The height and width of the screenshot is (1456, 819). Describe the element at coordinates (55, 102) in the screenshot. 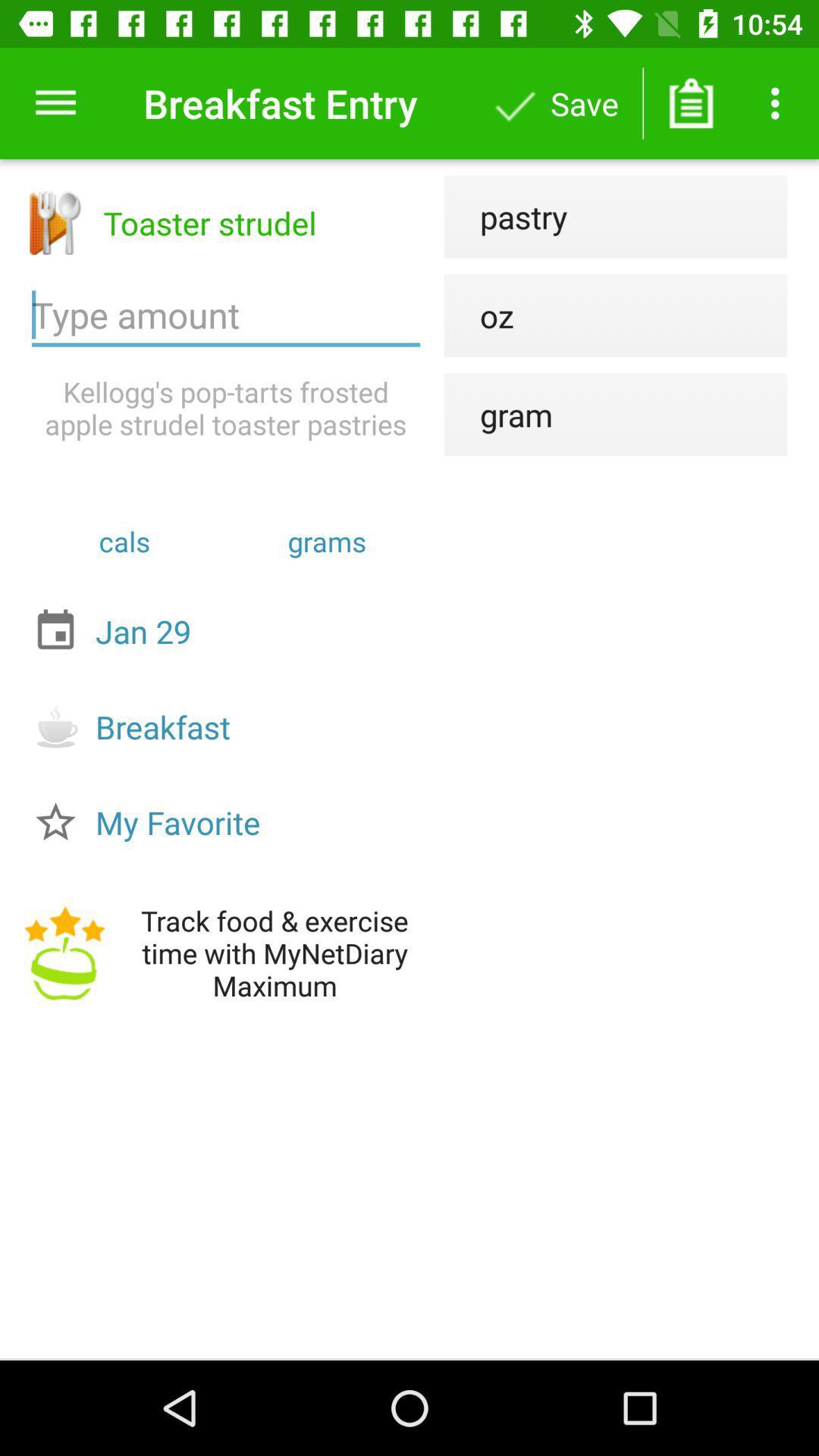

I see `the item to the left of breakfast entry` at that location.